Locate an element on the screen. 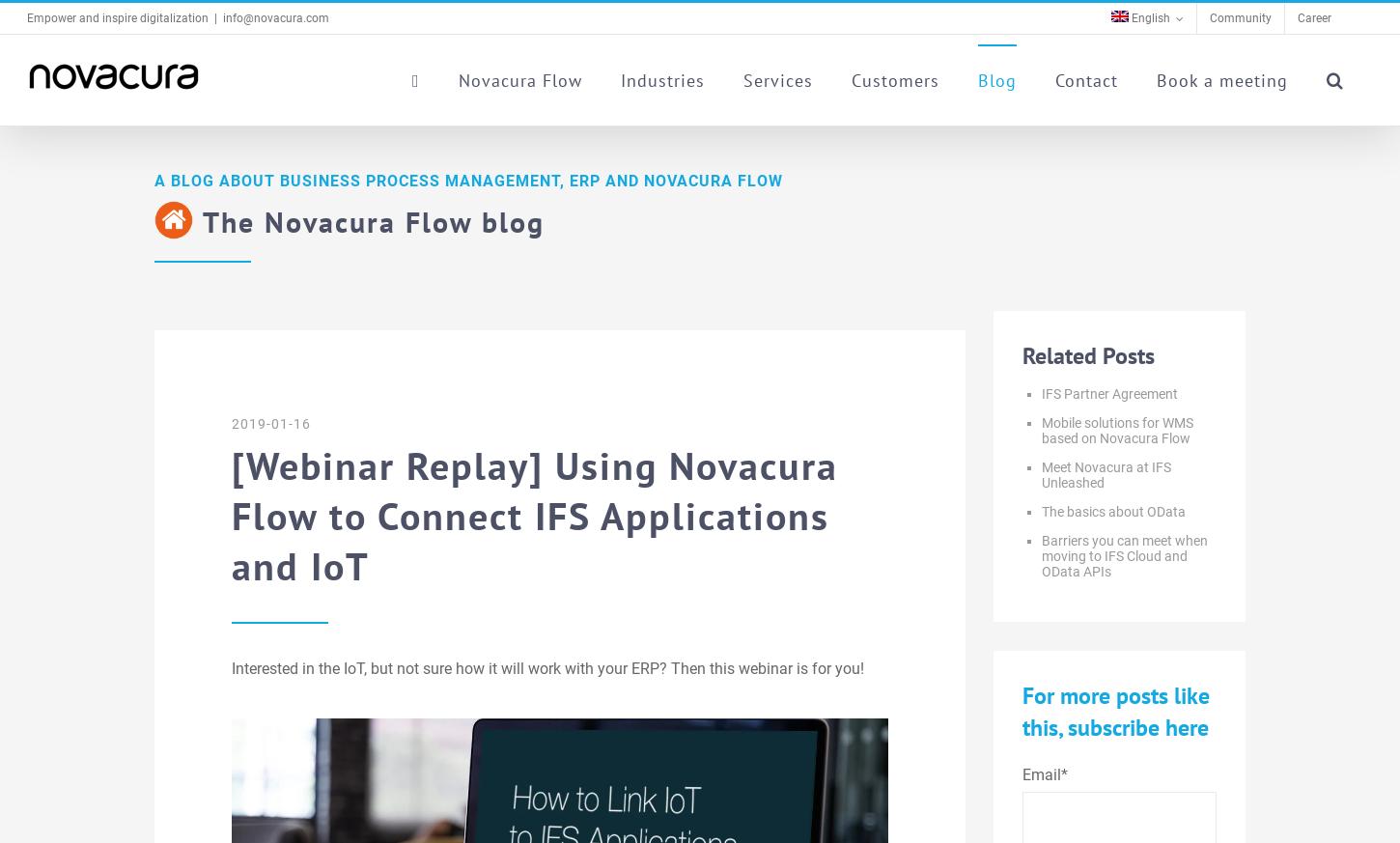 Image resolution: width=1400 pixels, height=843 pixels. '2019-01-16' is located at coordinates (271, 424).